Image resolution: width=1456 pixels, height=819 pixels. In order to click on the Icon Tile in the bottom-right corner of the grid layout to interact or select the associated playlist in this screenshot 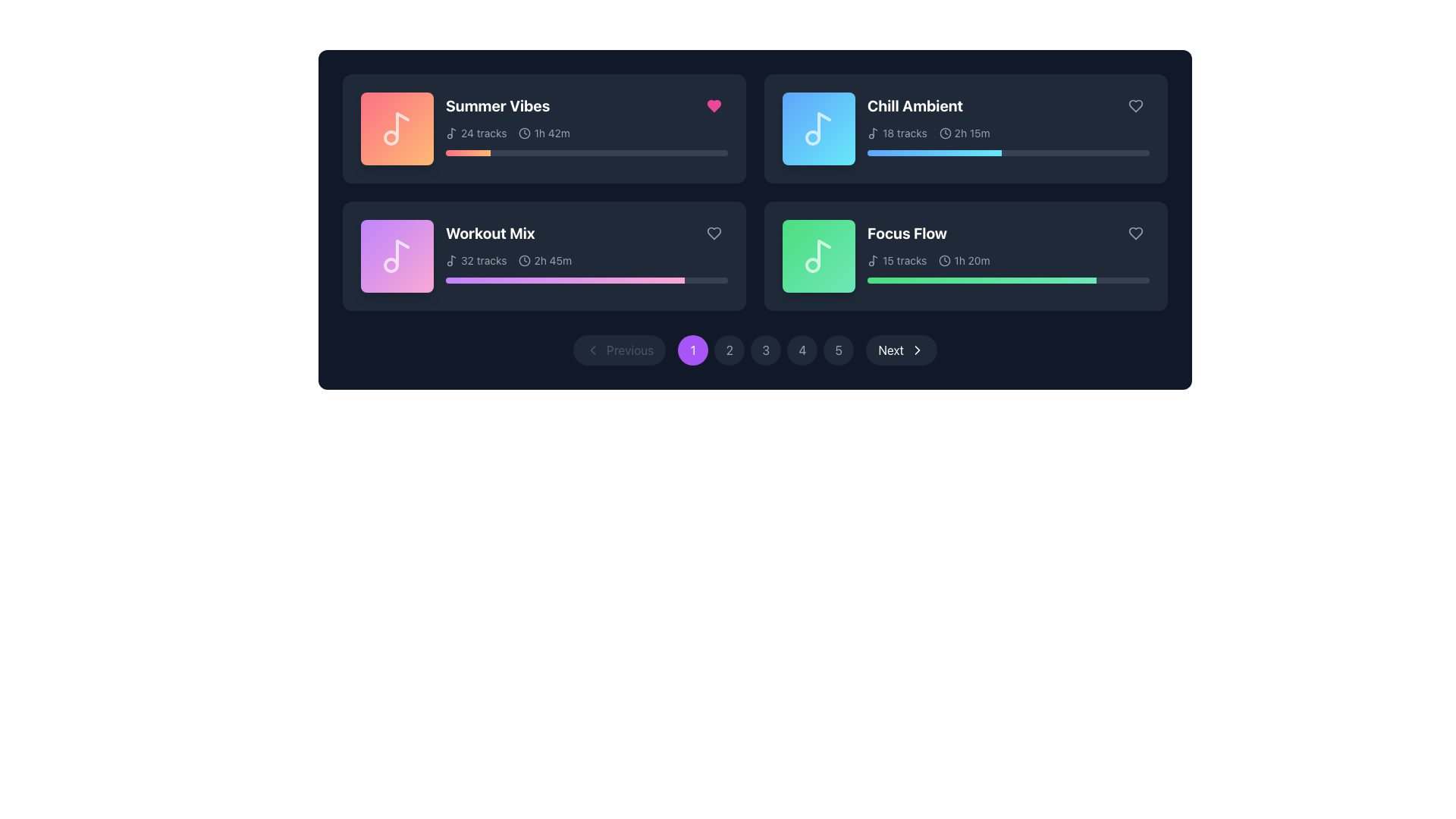, I will do `click(818, 256)`.